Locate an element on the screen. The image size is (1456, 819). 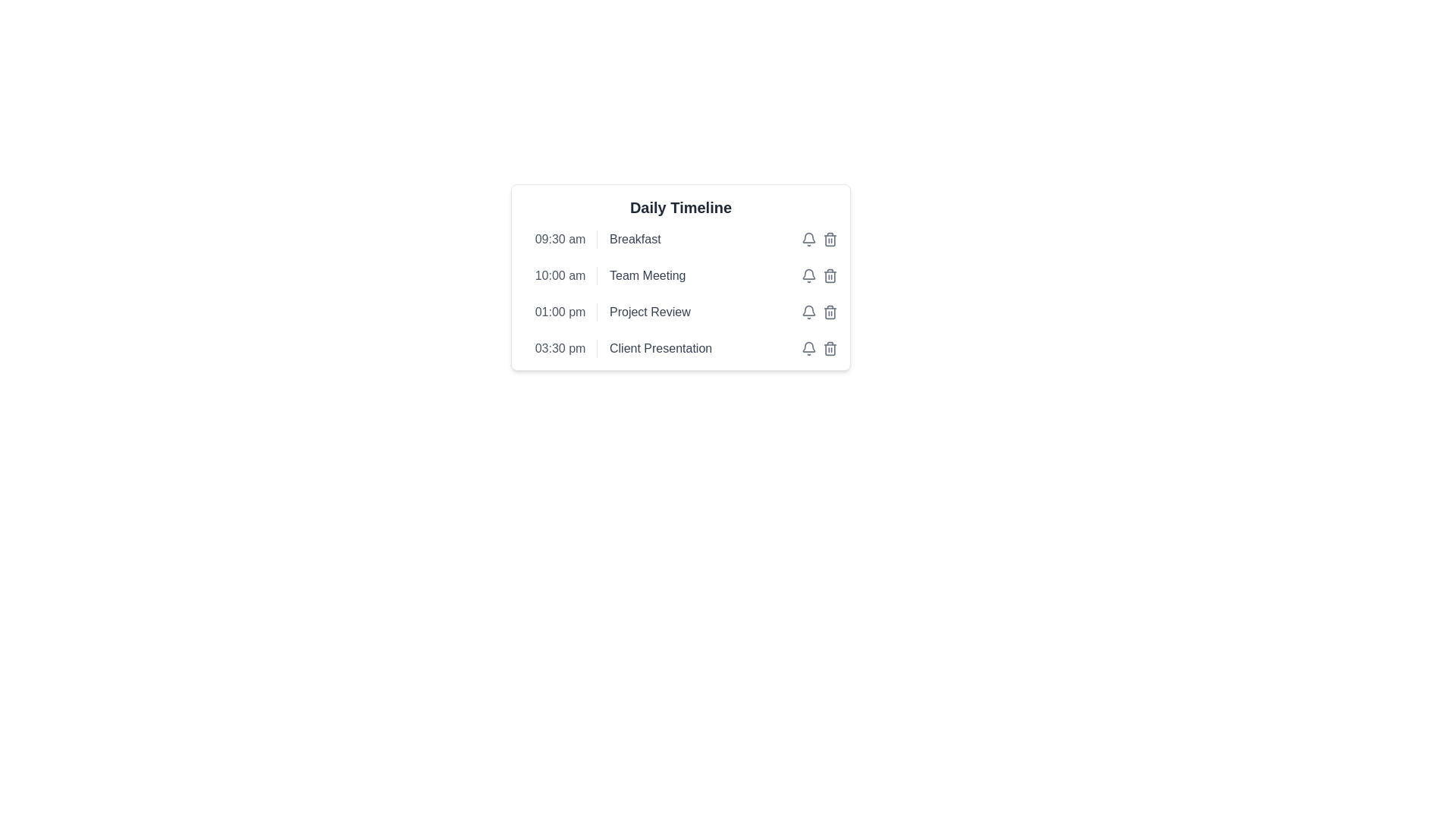
the scheduled event titled 'Client Presentation' at '03:30 pm' in the timeline interface, which is the fourth entry in the vertical list under the 'Daily Timeline' heading is located at coordinates (679, 348).